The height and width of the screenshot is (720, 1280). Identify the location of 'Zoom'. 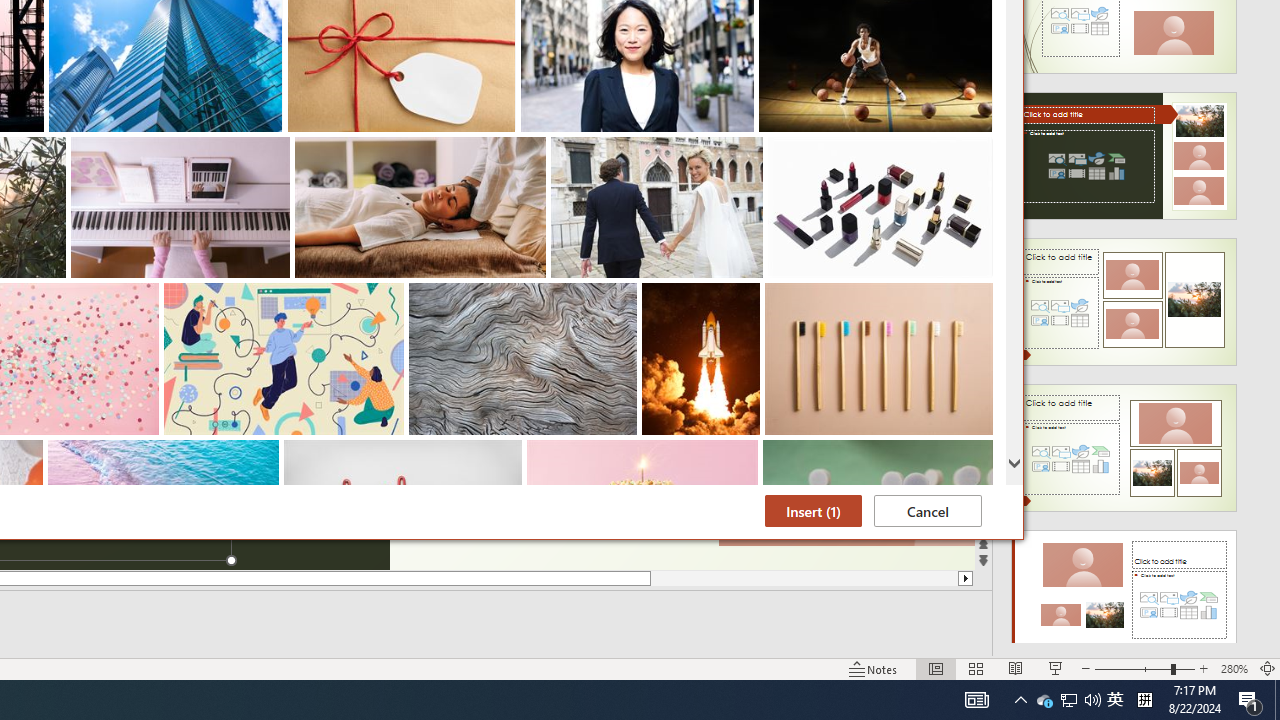
(1144, 669).